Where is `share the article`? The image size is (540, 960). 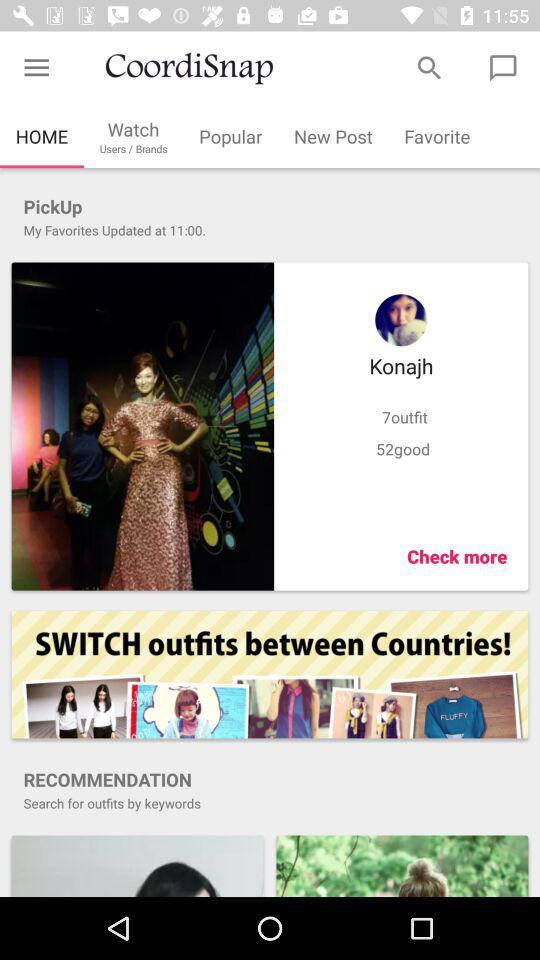
share the article is located at coordinates (136, 864).